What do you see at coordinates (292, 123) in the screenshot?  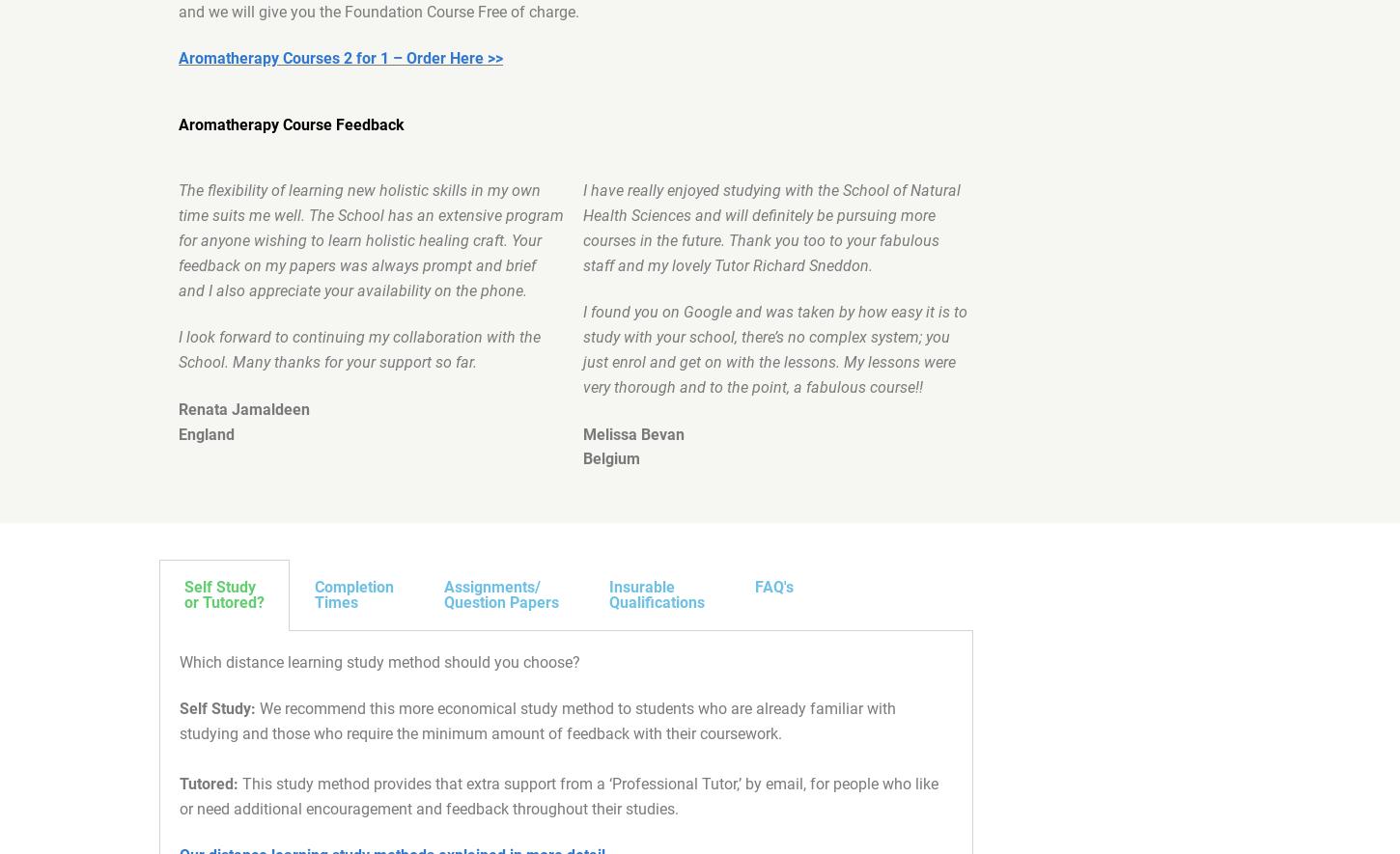 I see `'Aromatherapy Course Feedback'` at bounding box center [292, 123].